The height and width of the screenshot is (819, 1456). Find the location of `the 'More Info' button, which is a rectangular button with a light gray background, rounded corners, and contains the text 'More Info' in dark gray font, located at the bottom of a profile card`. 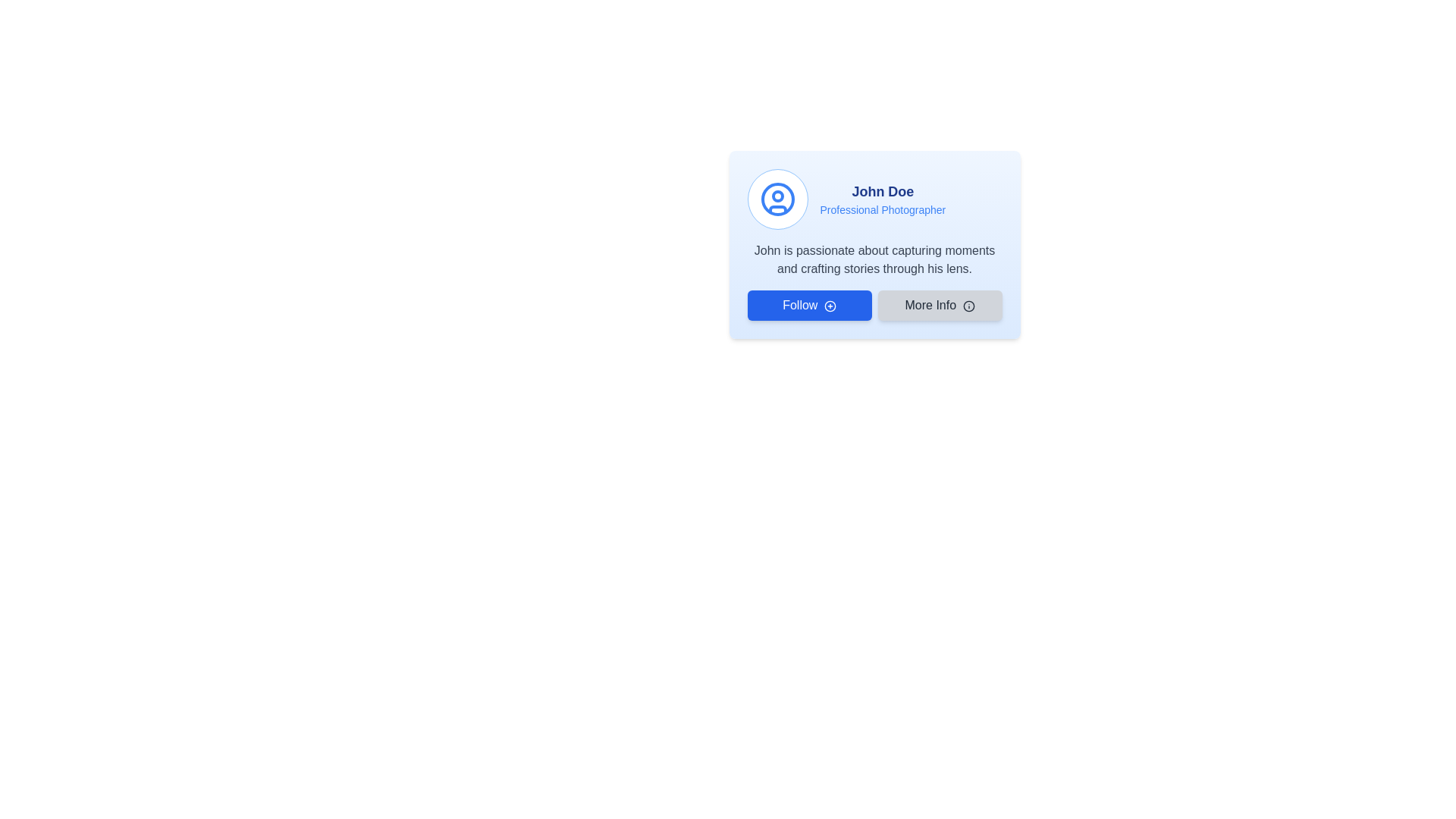

the 'More Info' button, which is a rectangular button with a light gray background, rounded corners, and contains the text 'More Info' in dark gray font, located at the bottom of a profile card is located at coordinates (939, 305).